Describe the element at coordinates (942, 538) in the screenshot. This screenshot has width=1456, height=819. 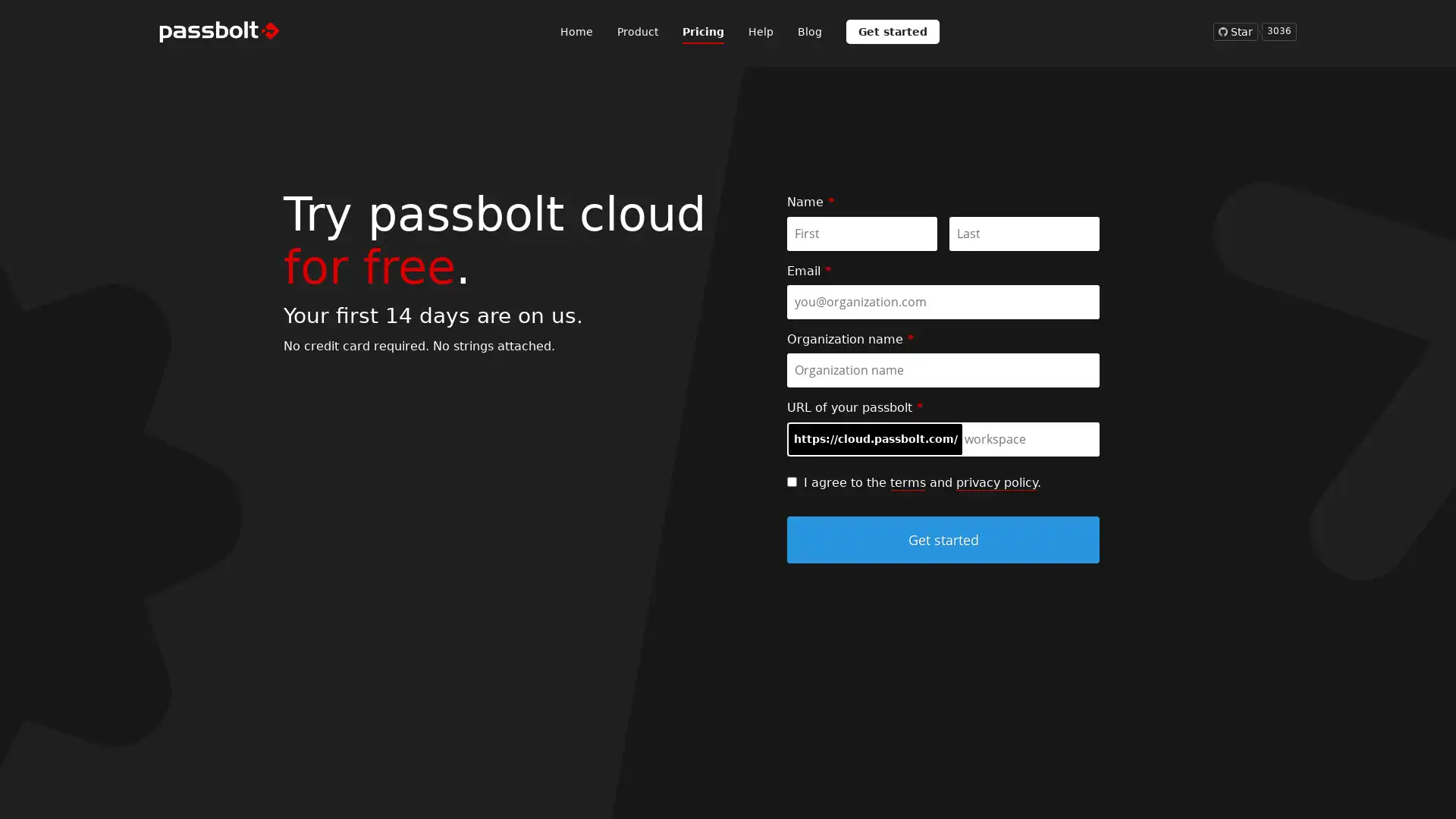
I see `Get started` at that location.